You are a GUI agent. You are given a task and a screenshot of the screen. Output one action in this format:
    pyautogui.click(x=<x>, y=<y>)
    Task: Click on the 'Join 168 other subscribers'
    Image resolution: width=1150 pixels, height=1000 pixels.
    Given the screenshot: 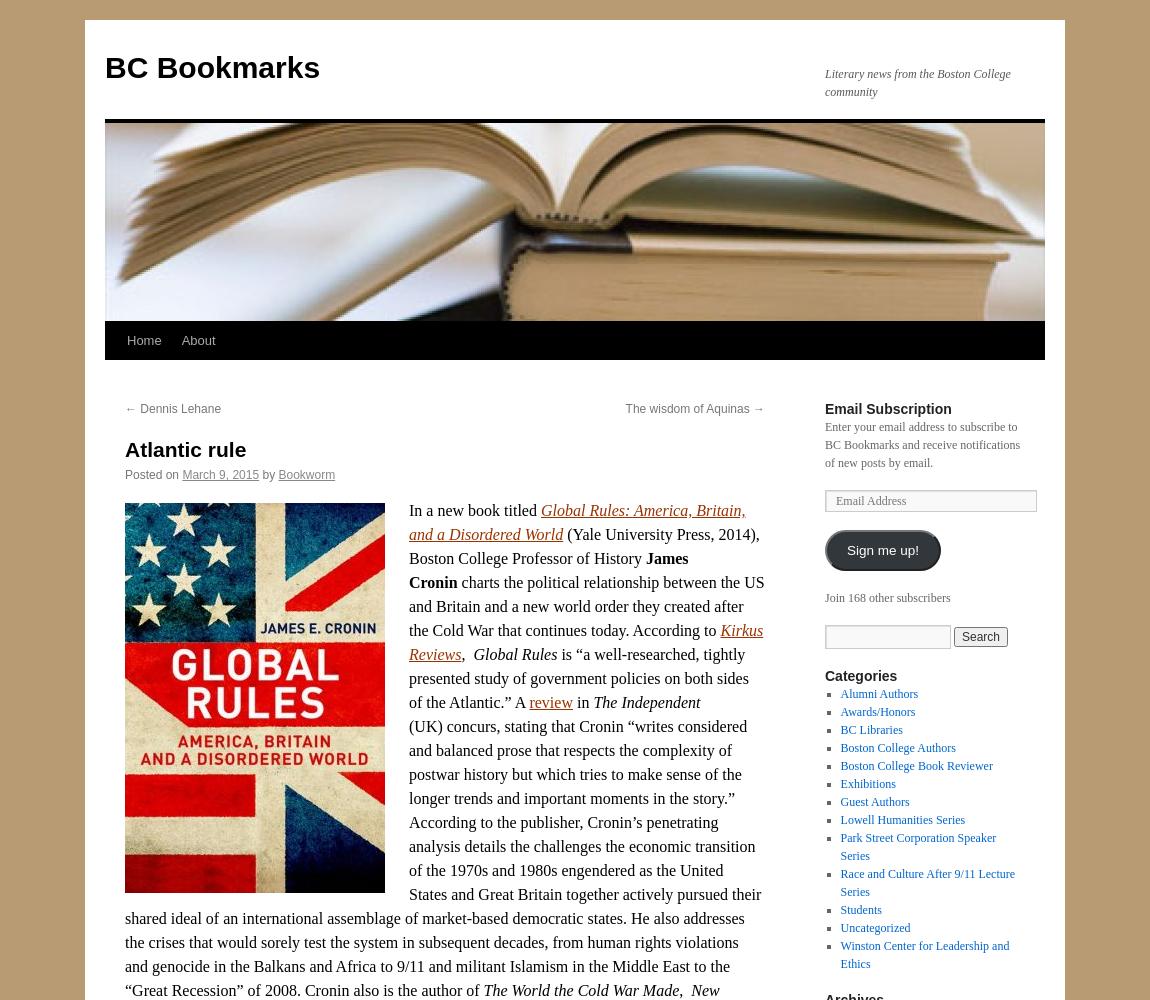 What is the action you would take?
    pyautogui.click(x=887, y=597)
    